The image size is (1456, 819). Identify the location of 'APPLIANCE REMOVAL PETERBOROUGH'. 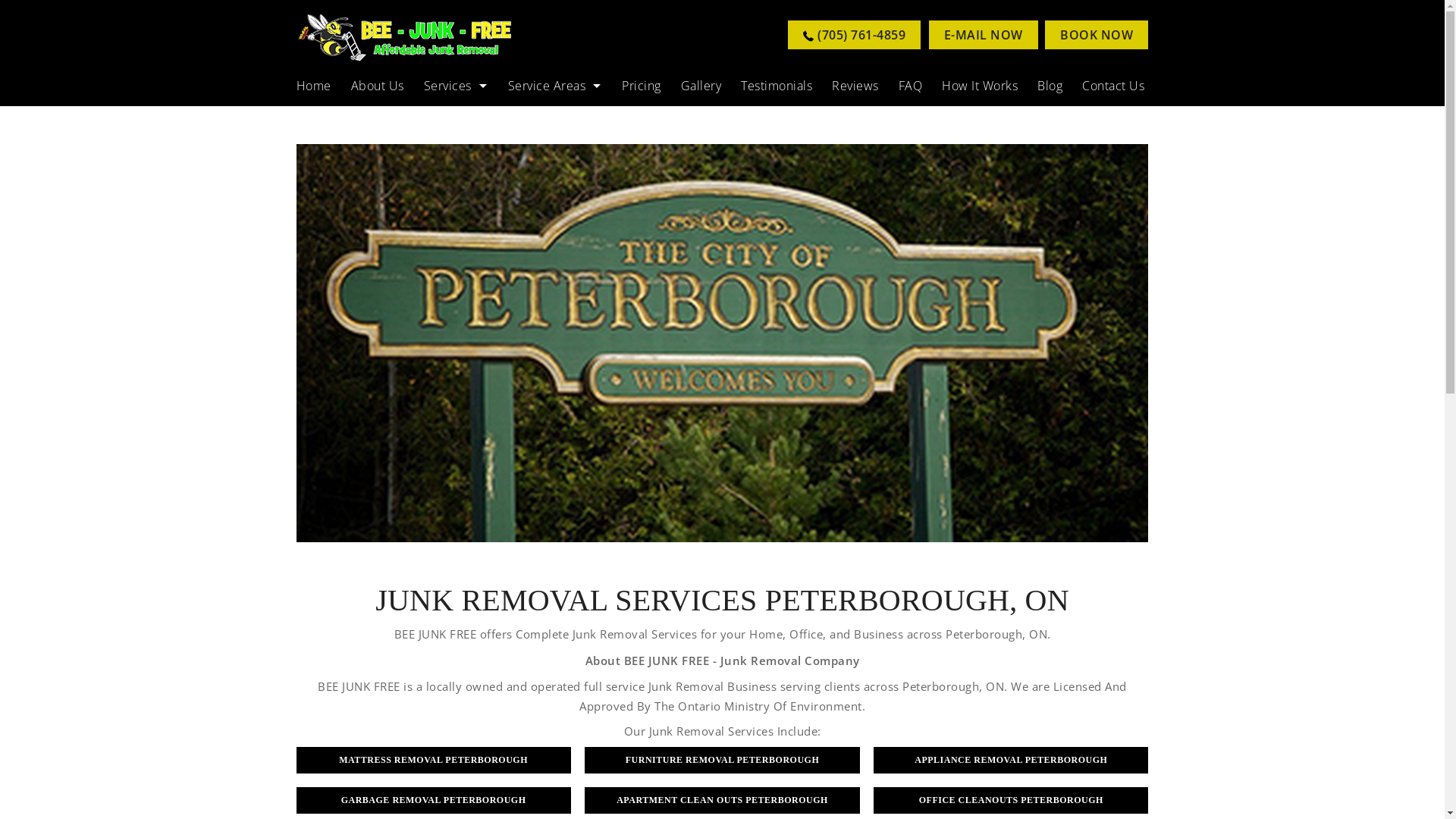
(1011, 759).